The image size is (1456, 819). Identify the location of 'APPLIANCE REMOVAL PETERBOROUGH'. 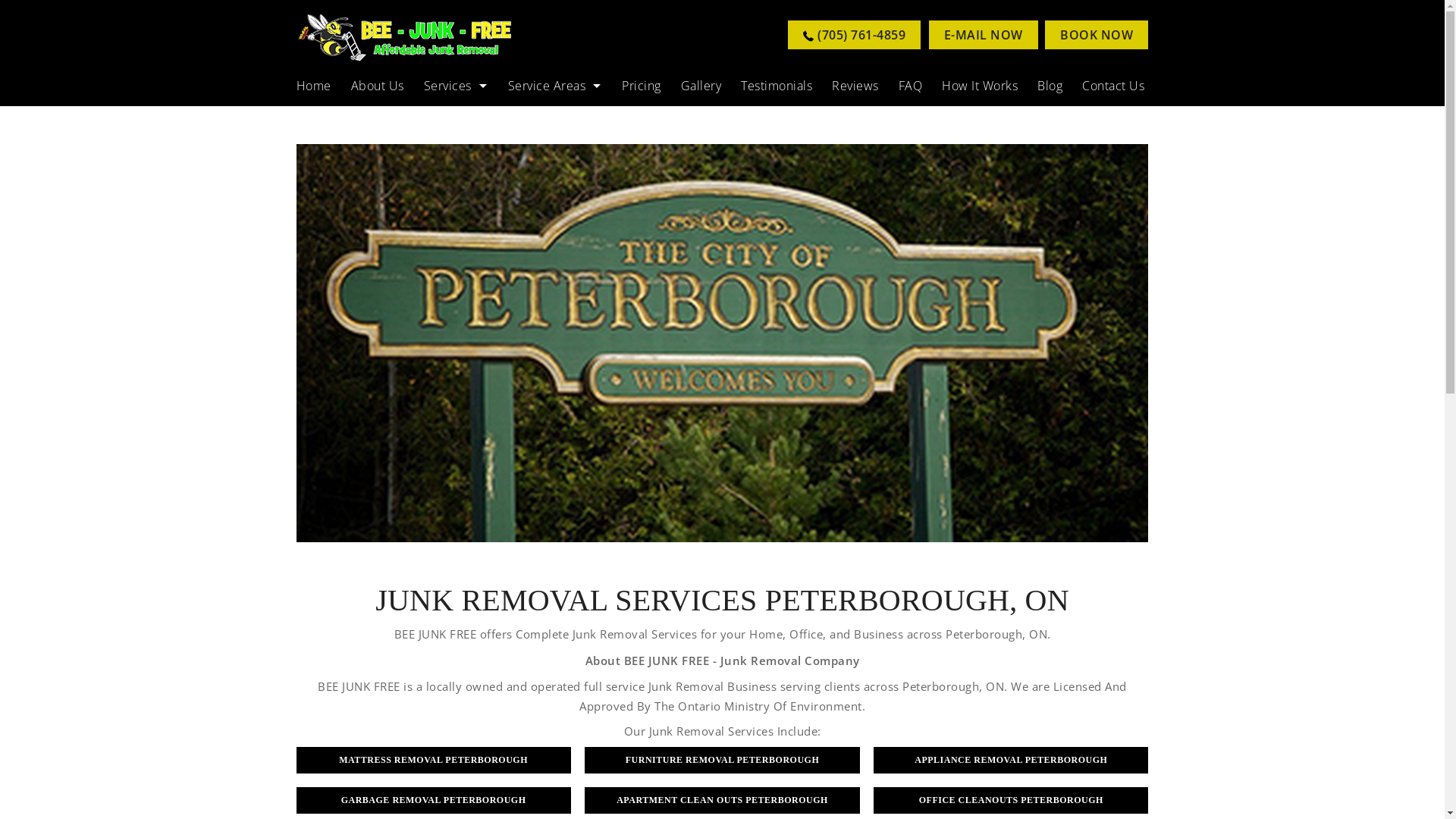
(1011, 759).